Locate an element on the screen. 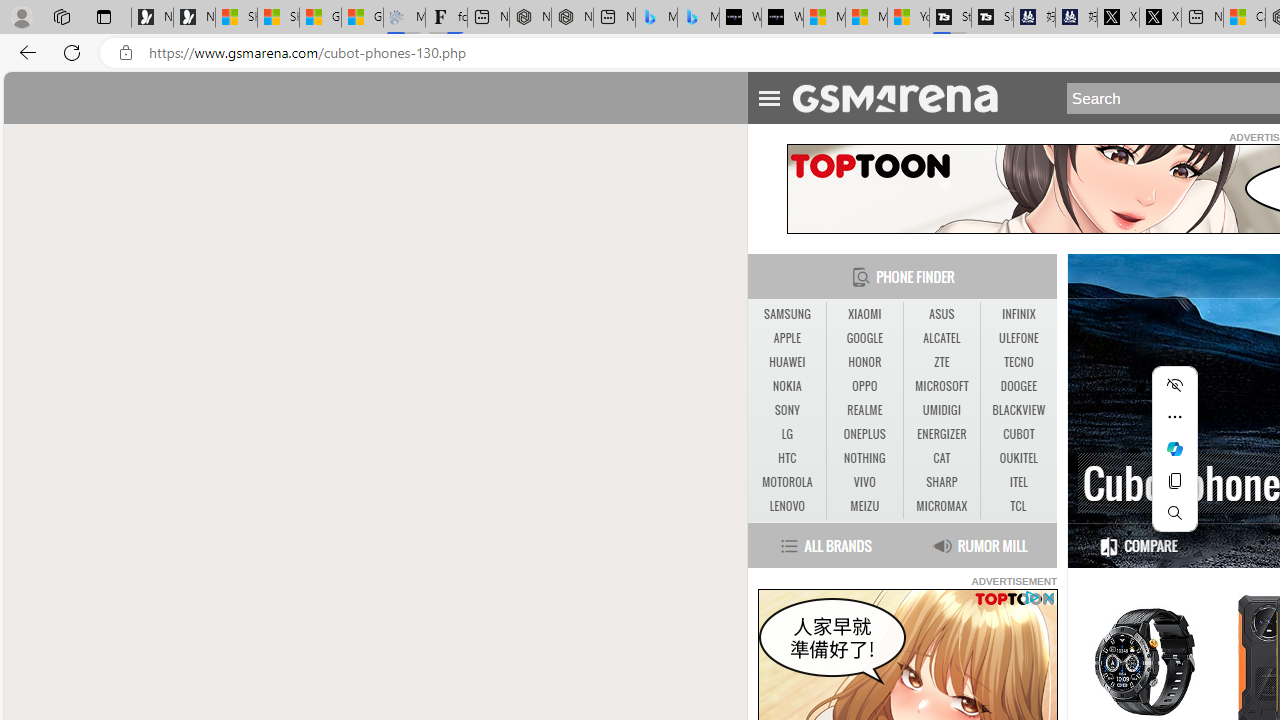 The image size is (1280, 720). 'CUBOT' is located at coordinates (1018, 433).